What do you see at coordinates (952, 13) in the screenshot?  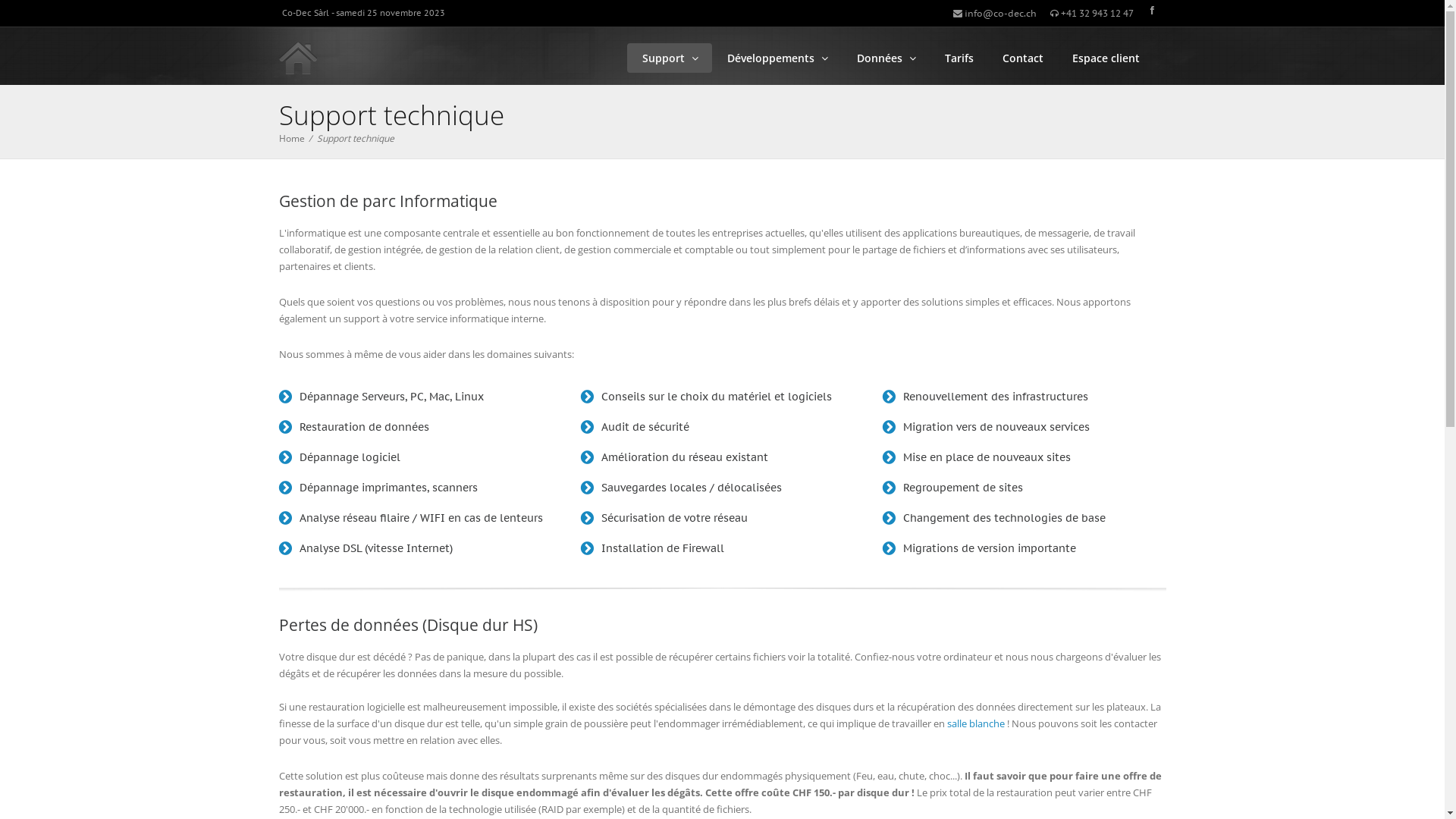 I see `'info@co-dec.ch'` at bounding box center [952, 13].